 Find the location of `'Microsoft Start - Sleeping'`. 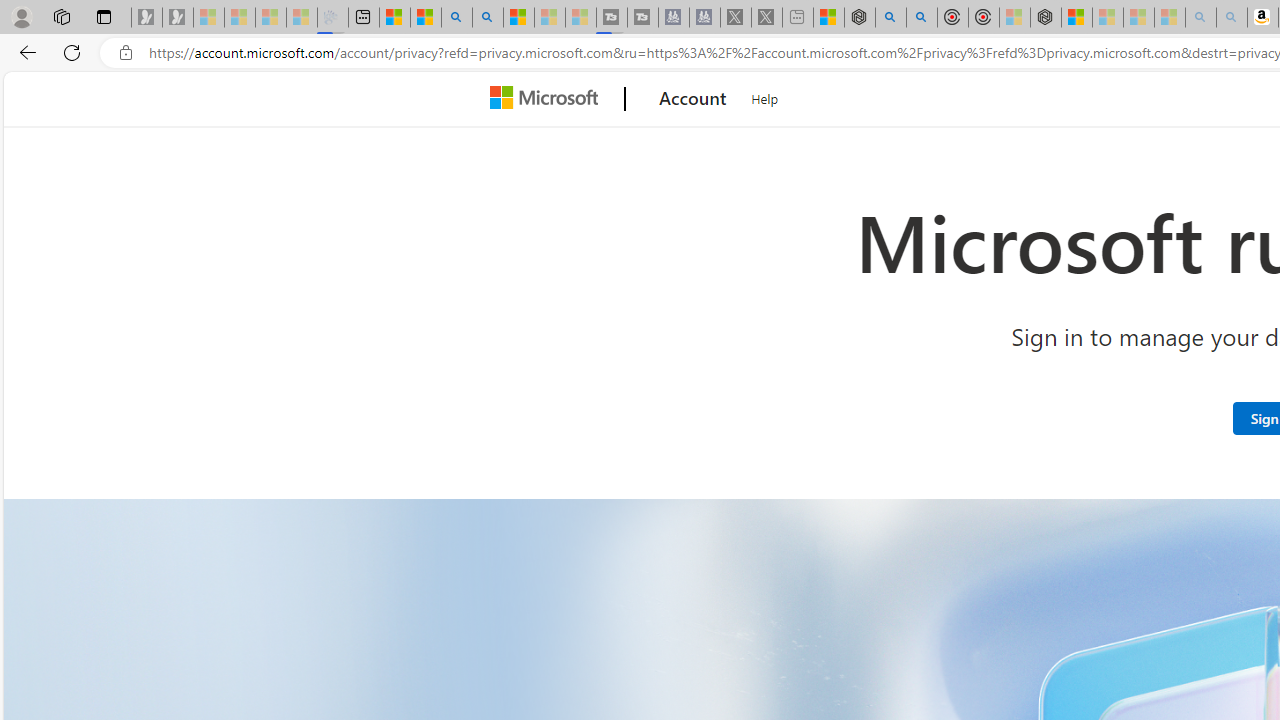

'Microsoft Start - Sleeping' is located at coordinates (549, 17).